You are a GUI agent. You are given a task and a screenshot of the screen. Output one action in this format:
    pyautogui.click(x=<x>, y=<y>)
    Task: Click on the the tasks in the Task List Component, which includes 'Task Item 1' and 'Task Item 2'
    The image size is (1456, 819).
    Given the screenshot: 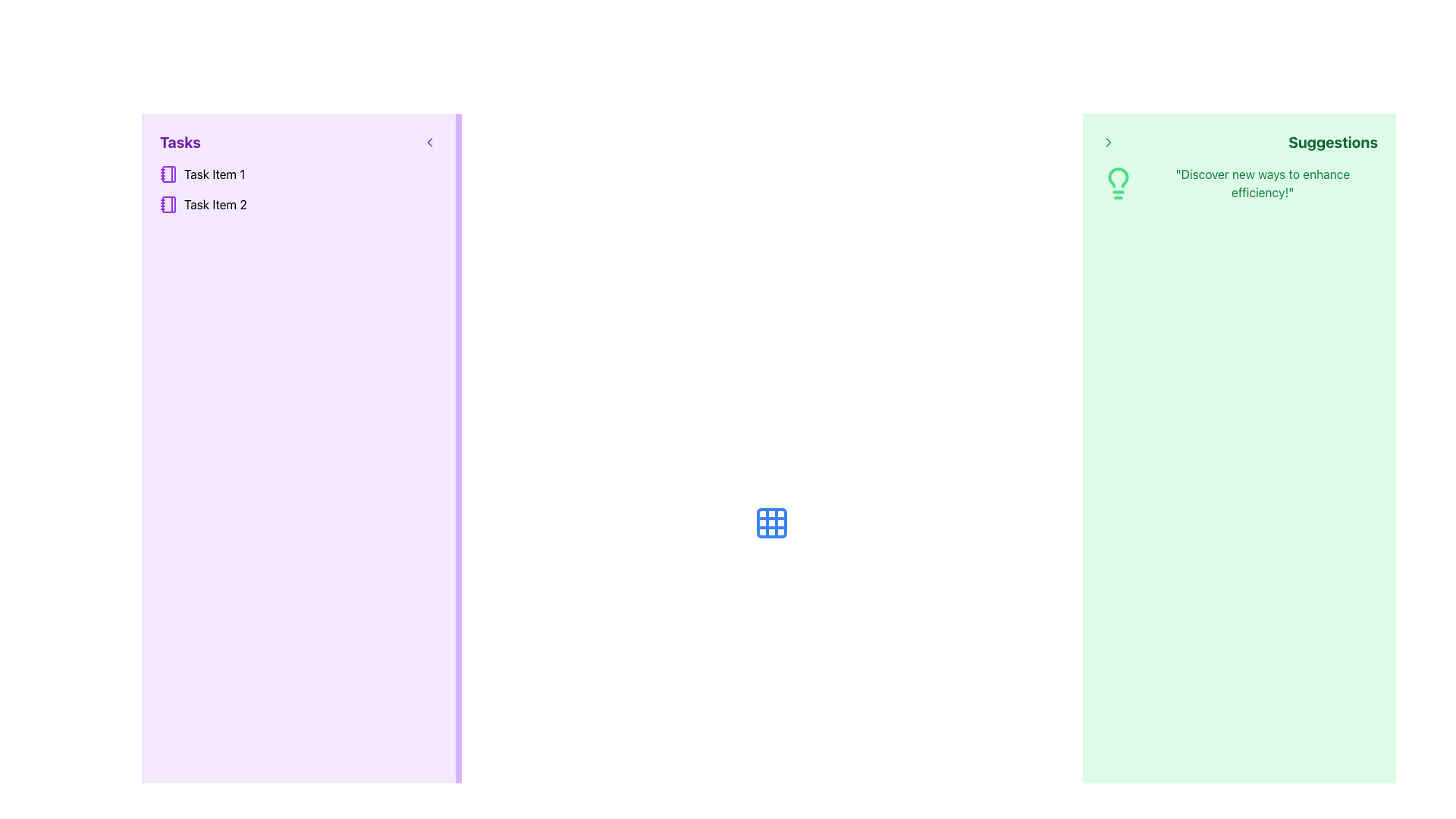 What is the action you would take?
    pyautogui.click(x=298, y=189)
    